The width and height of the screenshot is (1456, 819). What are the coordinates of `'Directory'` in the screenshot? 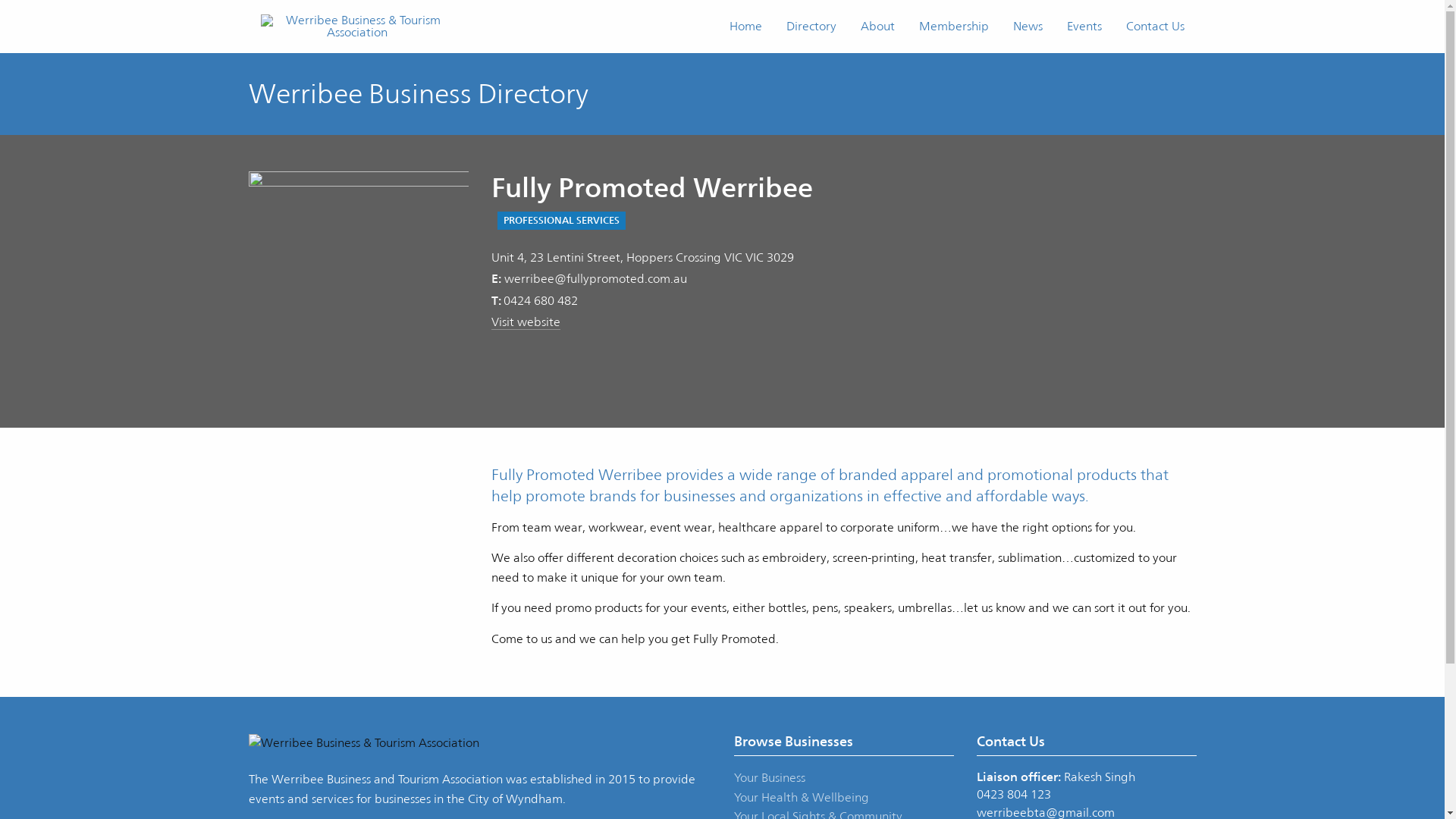 It's located at (810, 26).